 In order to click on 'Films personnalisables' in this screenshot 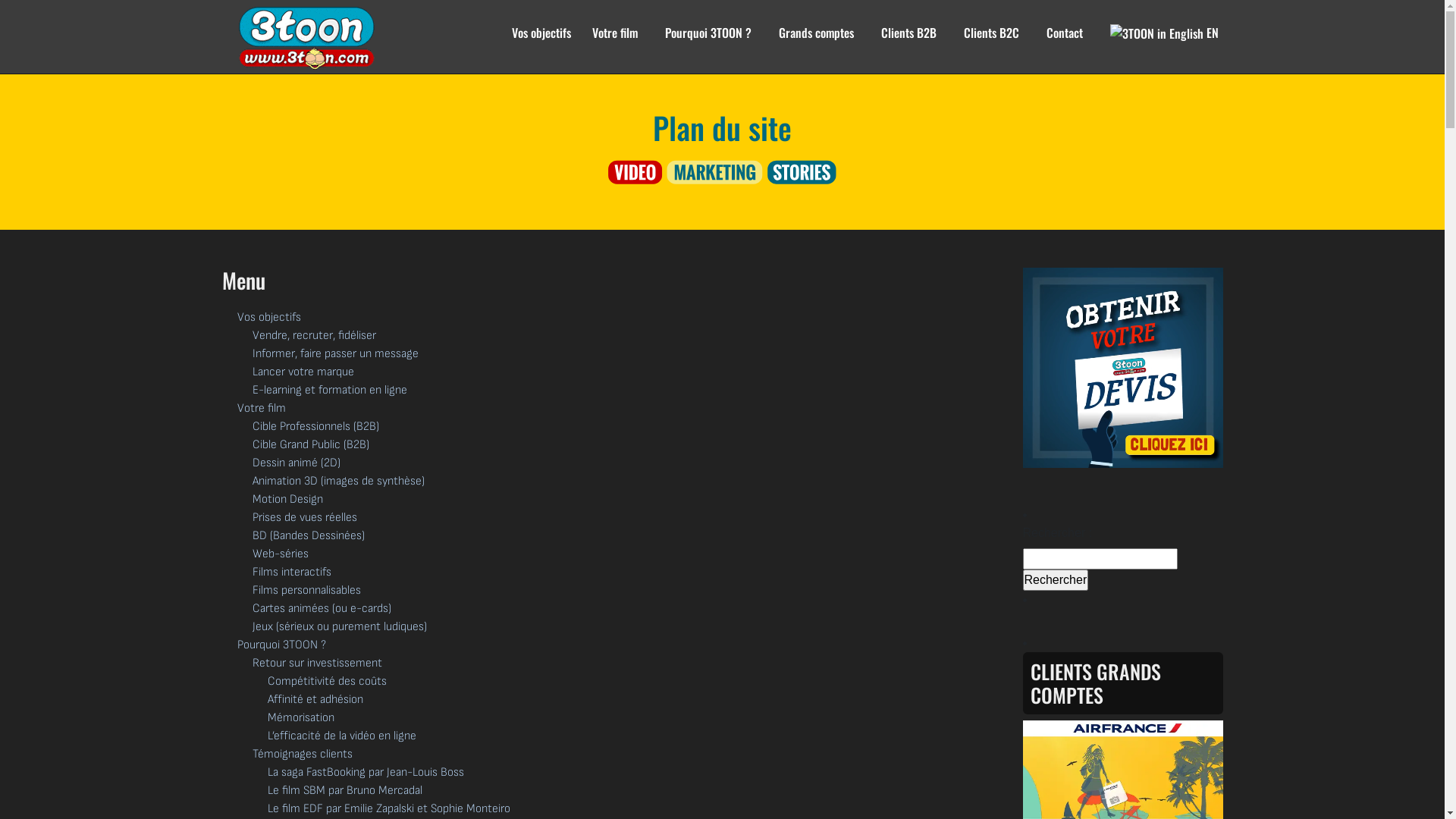, I will do `click(251, 589)`.